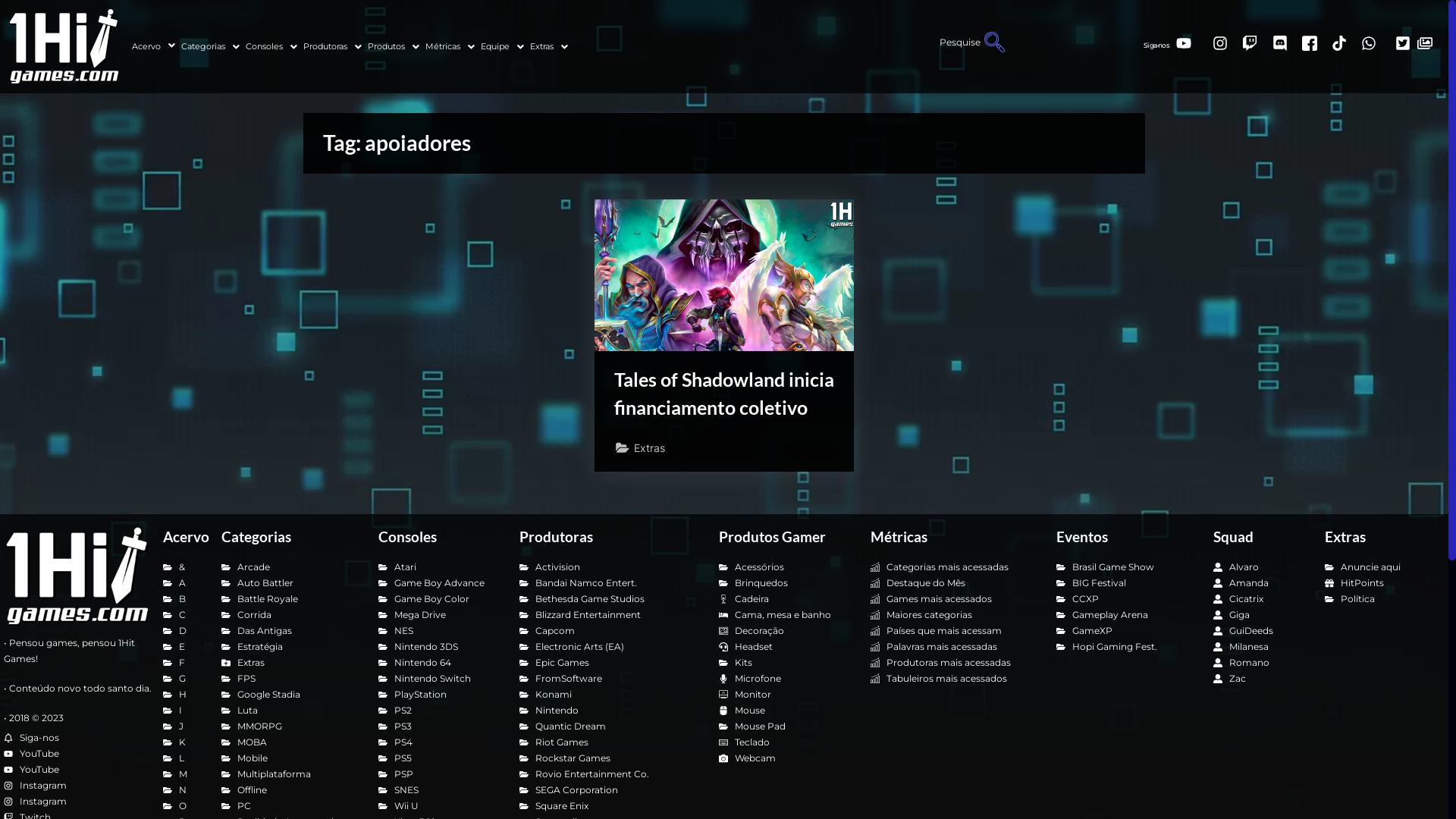 This screenshot has width=1456, height=819. Describe the element at coordinates (1261, 598) in the screenshot. I see `'Cicatrix'` at that location.